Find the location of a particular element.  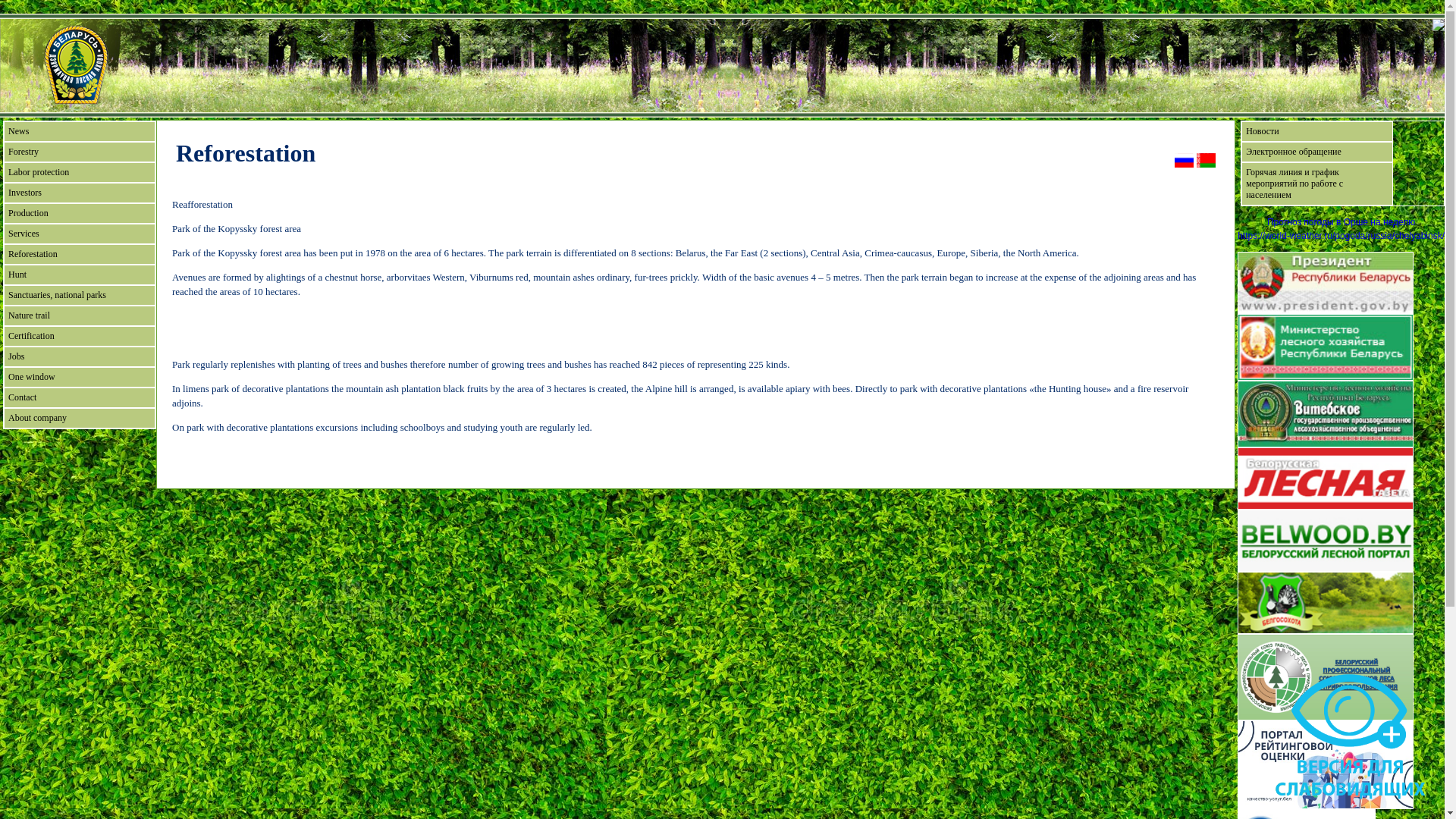

'One window' is located at coordinates (79, 376).